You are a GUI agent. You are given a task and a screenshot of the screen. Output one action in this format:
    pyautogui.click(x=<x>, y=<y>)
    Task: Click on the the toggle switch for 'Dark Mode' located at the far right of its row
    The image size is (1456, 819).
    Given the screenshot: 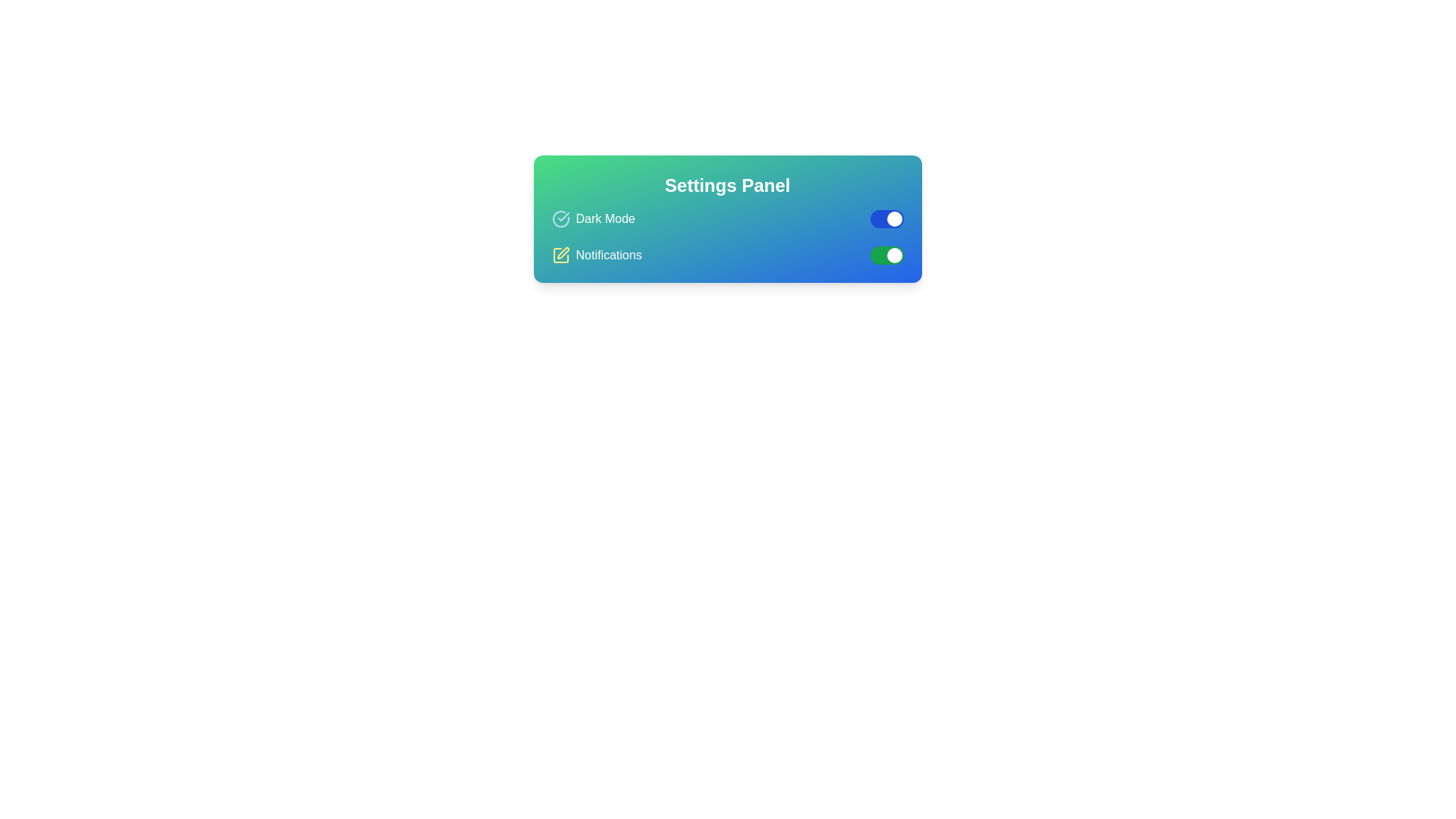 What is the action you would take?
    pyautogui.click(x=886, y=219)
    